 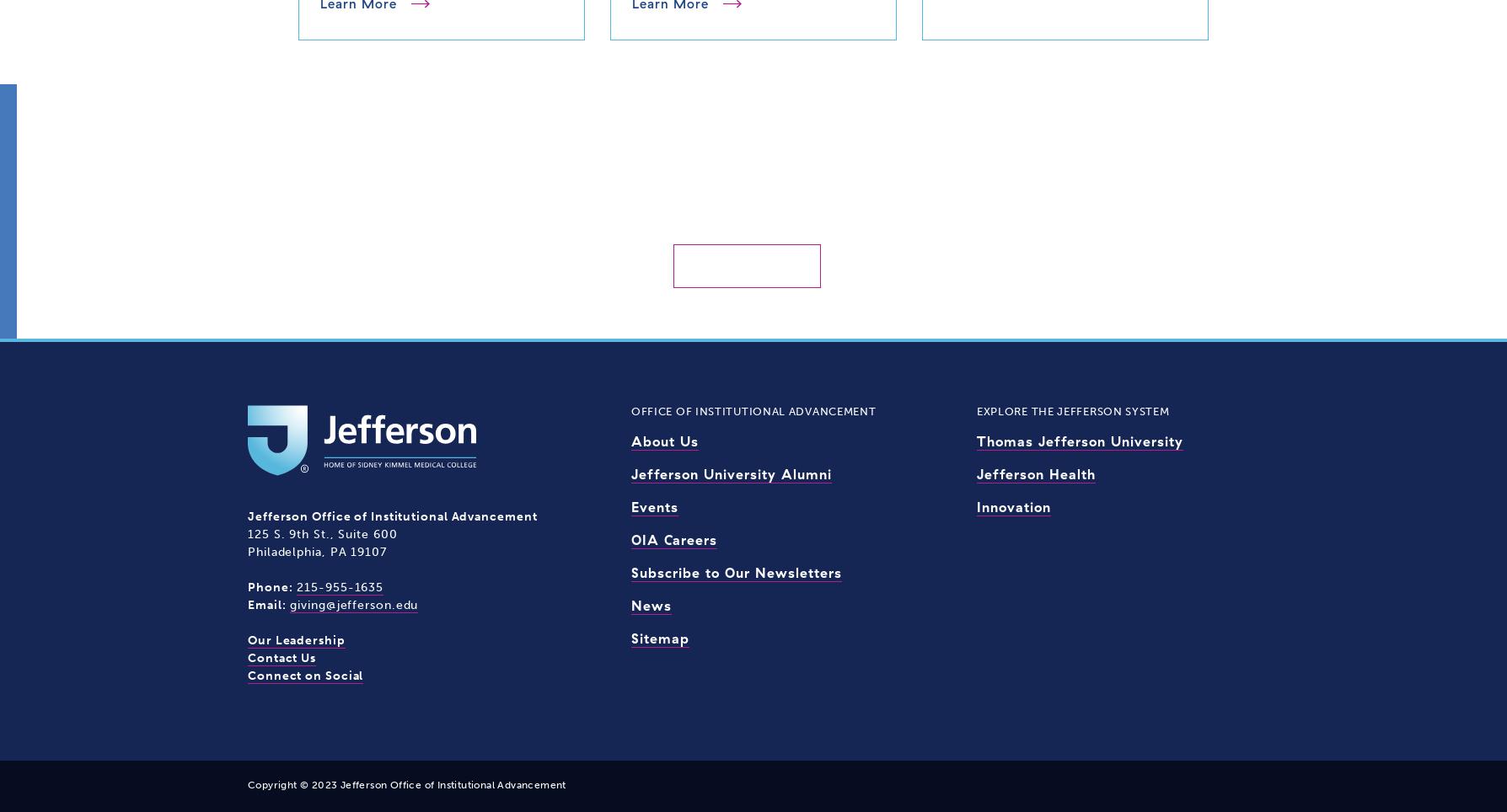 I want to click on '215-955-1635', so click(x=339, y=586).